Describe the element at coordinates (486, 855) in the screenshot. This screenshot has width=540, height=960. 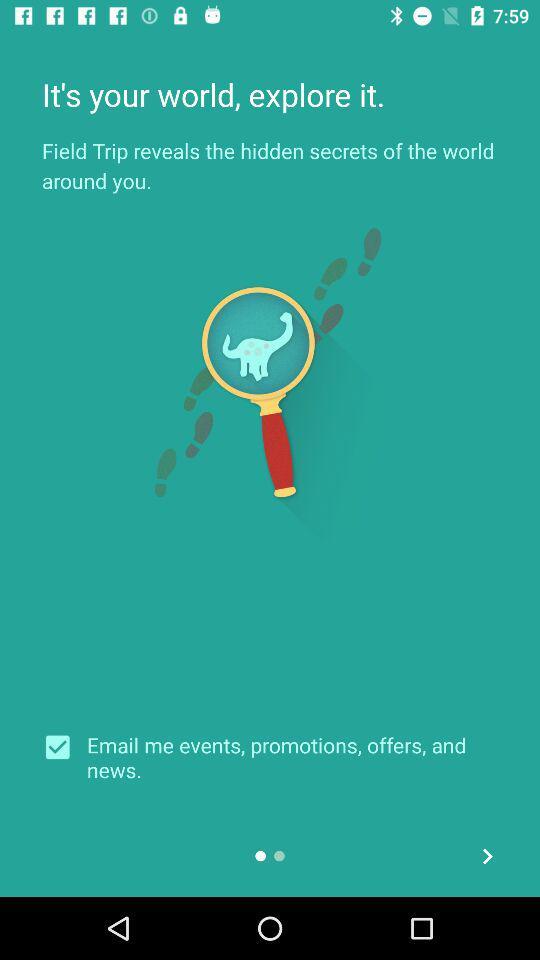
I see `icon at the bottom right corner` at that location.